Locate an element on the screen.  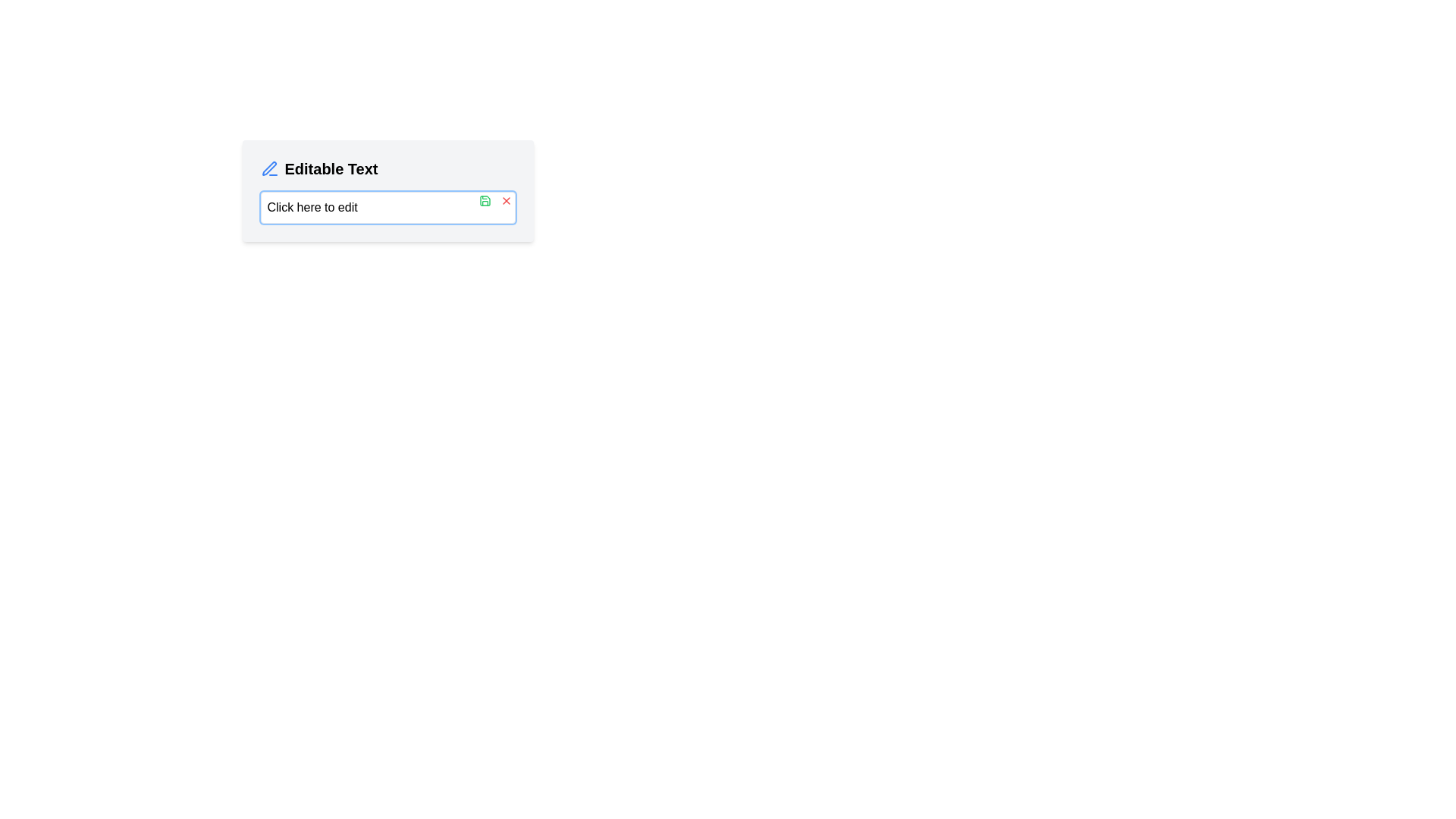
the cancel icon located in the icon group adjacent to the editable text input field labeled 'Click here is located at coordinates (495, 200).